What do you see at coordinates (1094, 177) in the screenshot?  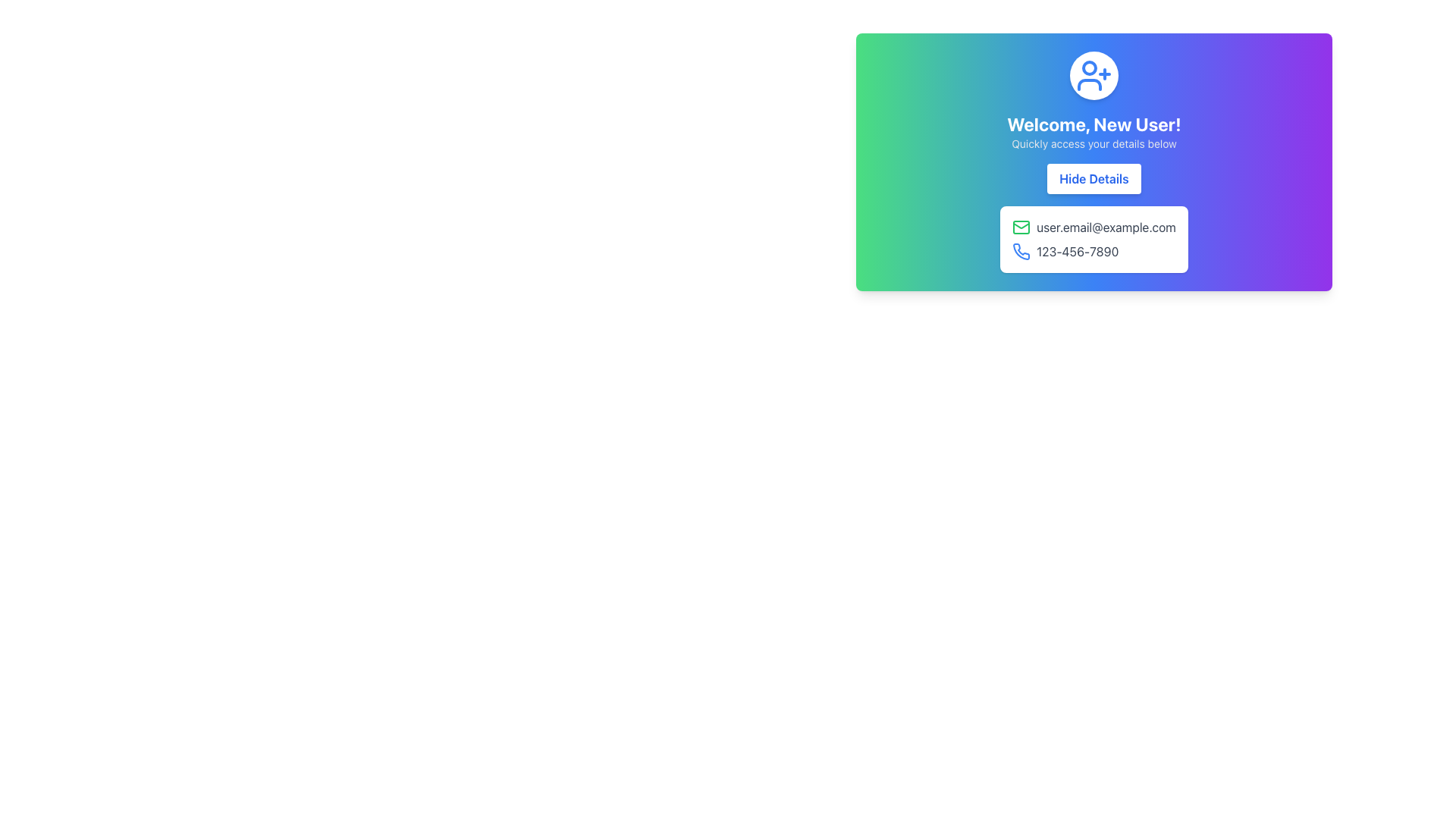 I see `the button that toggles visibility of additional user details, located below the heading 'Quickly access your details below' and above the section displaying email and phone number` at bounding box center [1094, 177].